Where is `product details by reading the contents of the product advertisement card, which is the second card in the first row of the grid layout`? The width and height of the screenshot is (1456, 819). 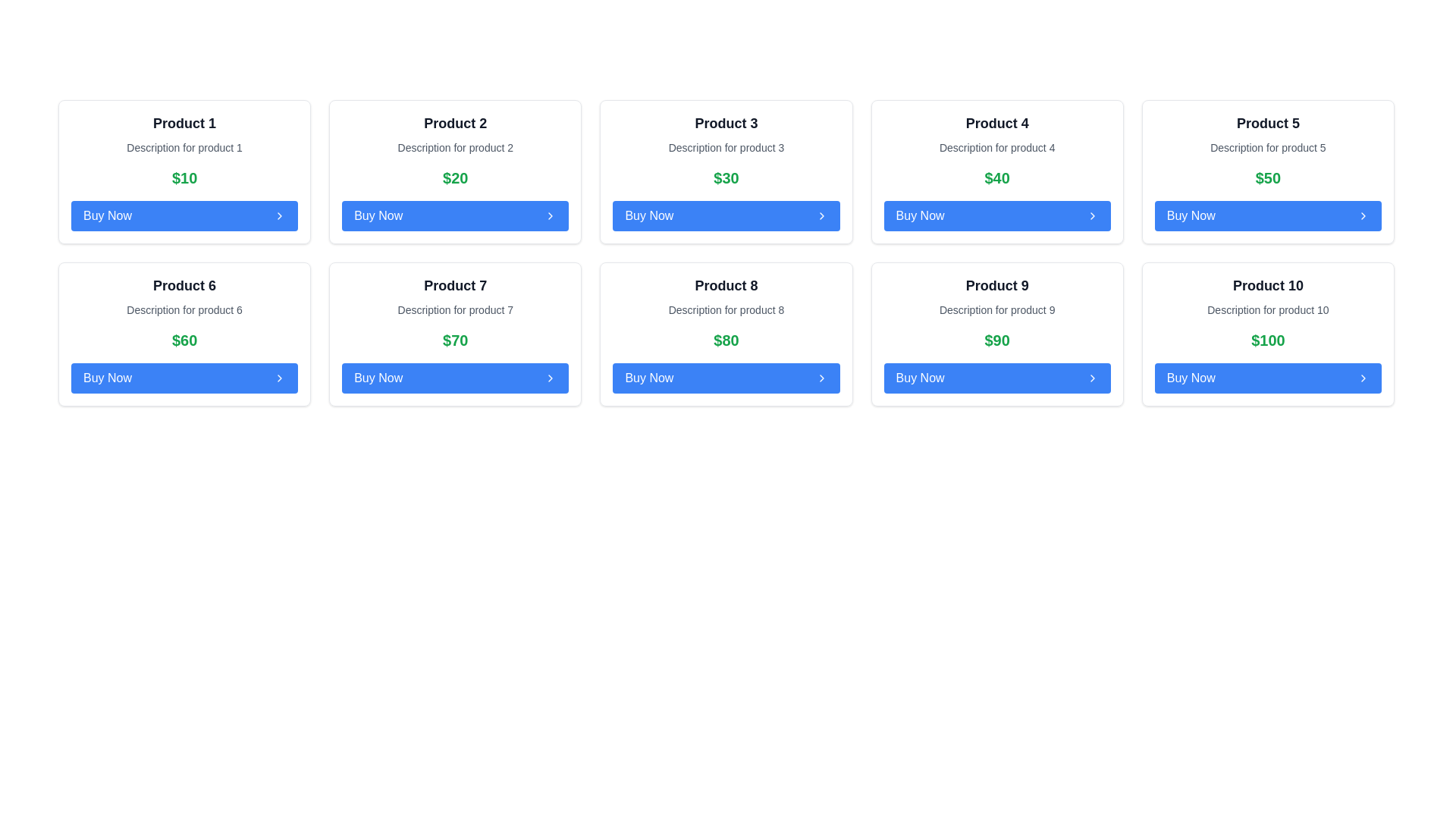 product details by reading the contents of the product advertisement card, which is the second card in the first row of the grid layout is located at coordinates (454, 171).